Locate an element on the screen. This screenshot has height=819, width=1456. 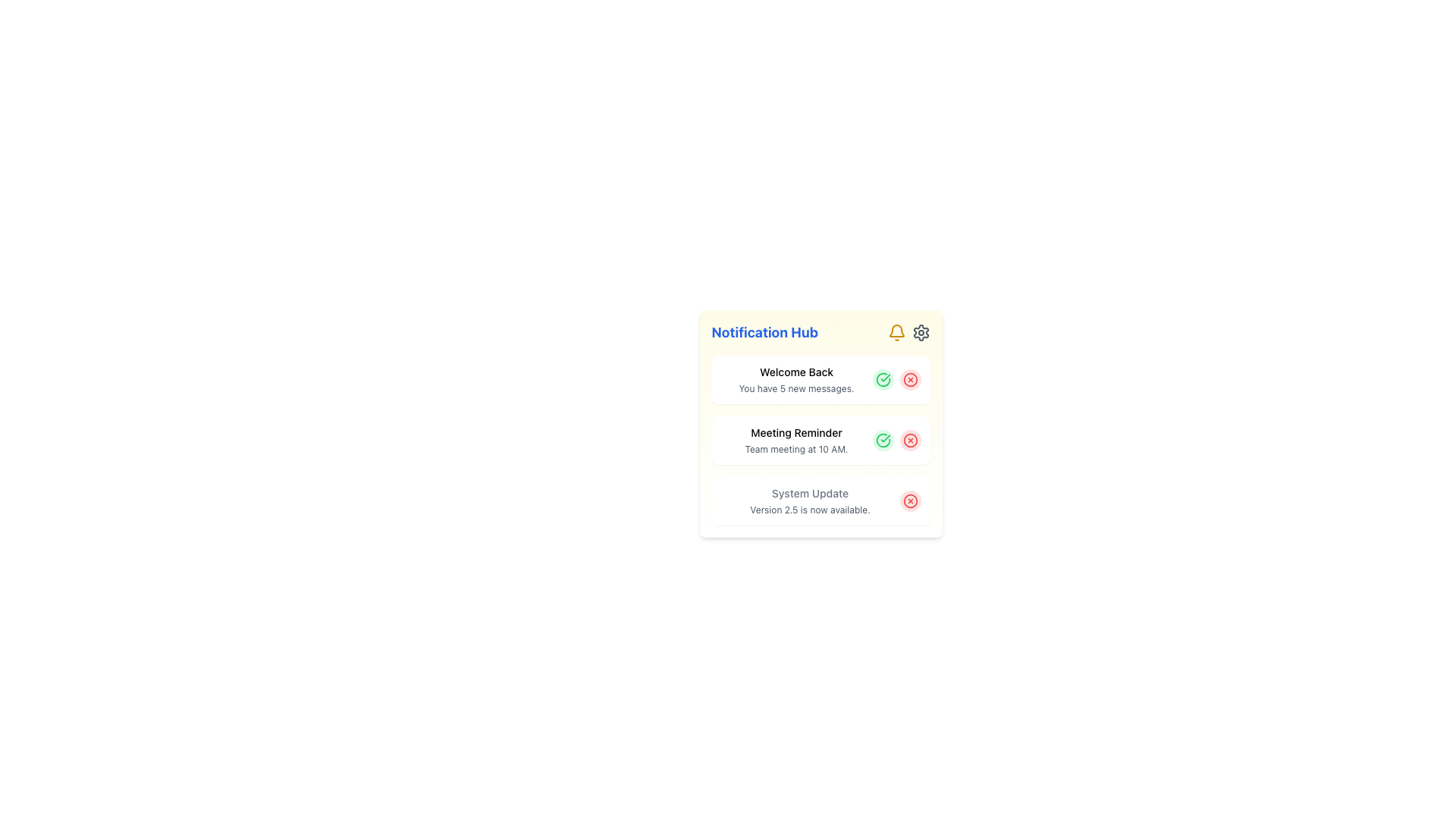
the cogwheel-shaped icon located in the top right corner of the 'Notification Hub' card is located at coordinates (920, 332).